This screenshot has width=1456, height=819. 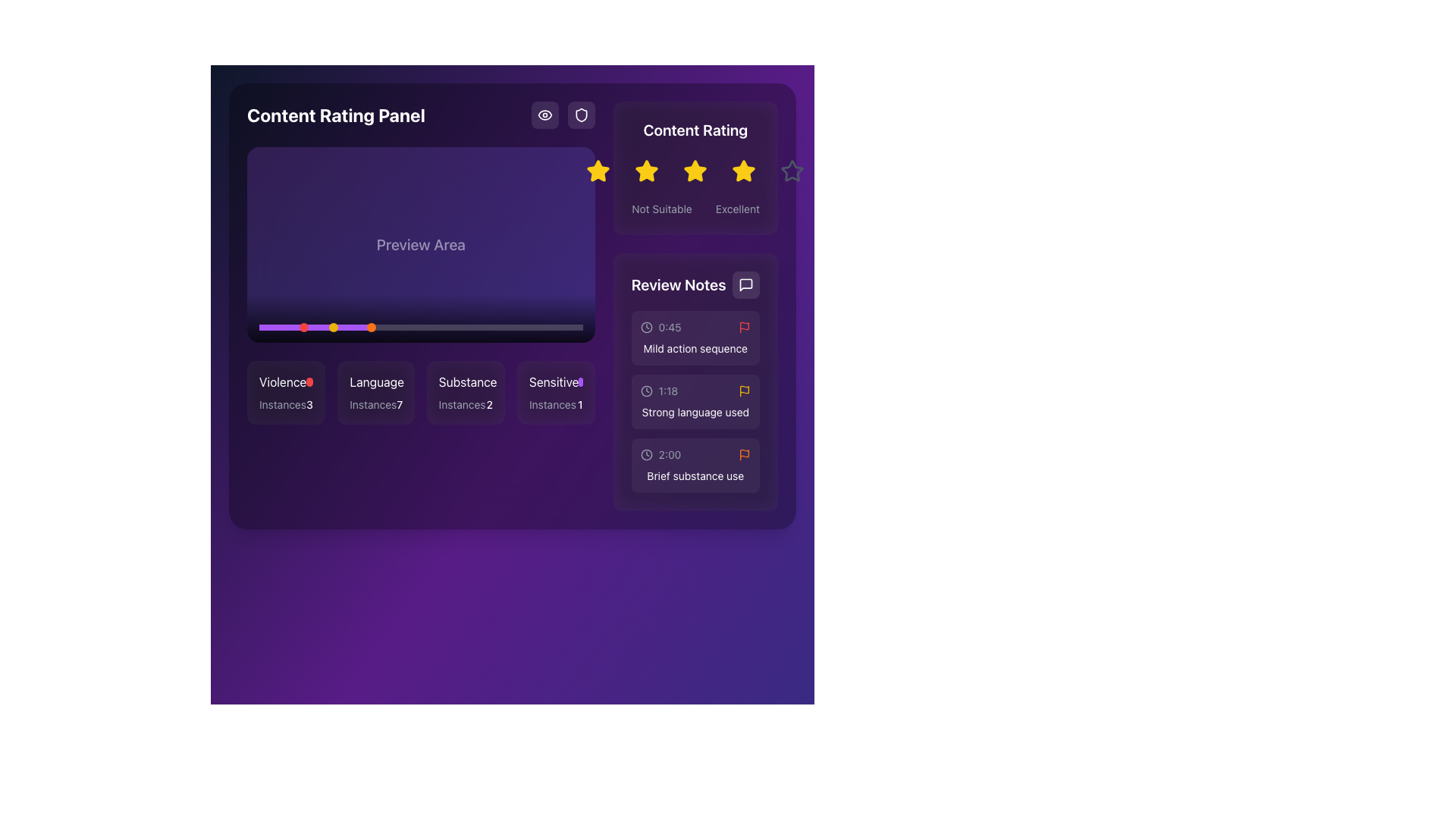 I want to click on the white numeral '1' displayed in bold on a dark purple background, located next to the 'Instances' text in the 'Sensitive' section, so click(x=579, y=403).